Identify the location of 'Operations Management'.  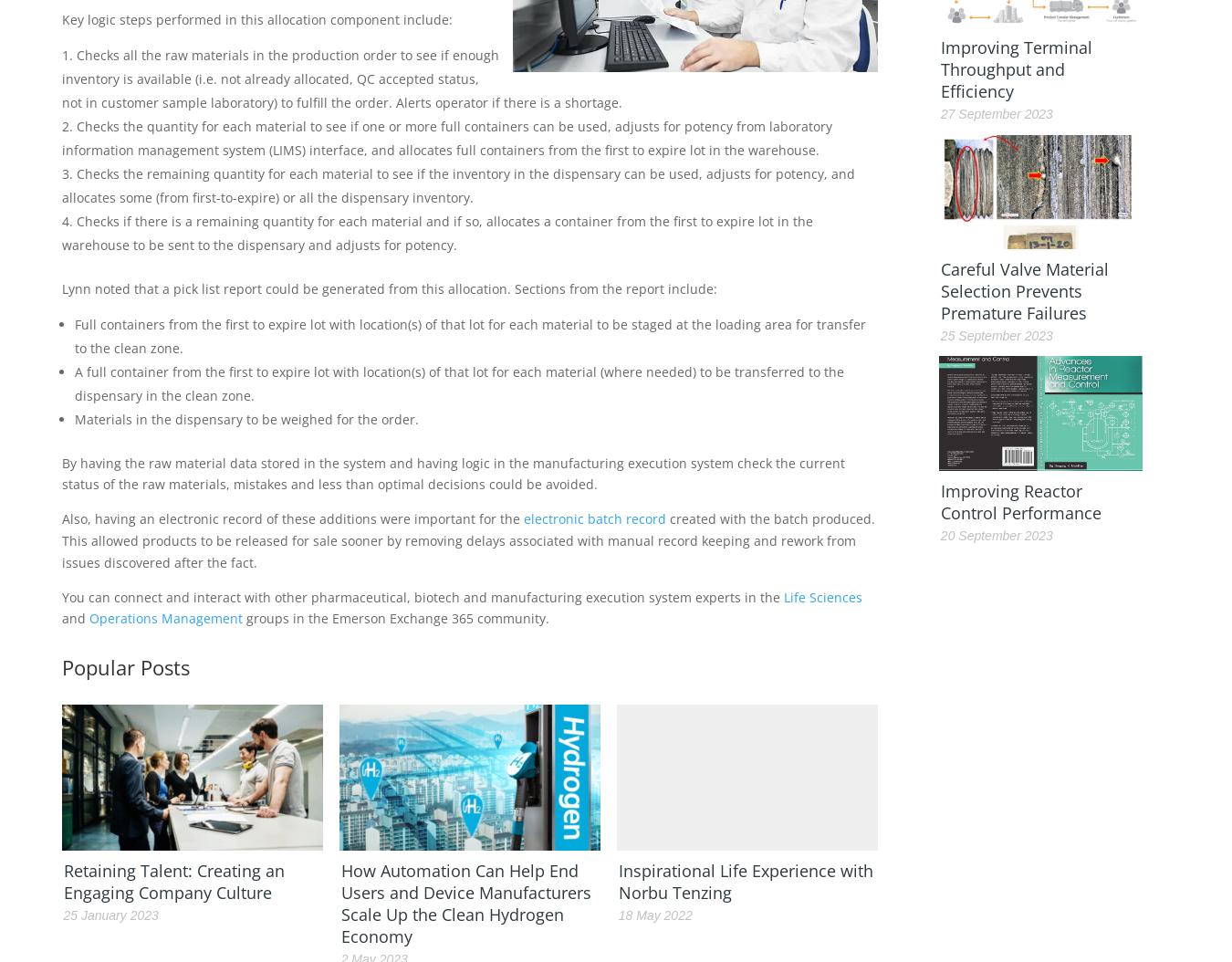
(165, 618).